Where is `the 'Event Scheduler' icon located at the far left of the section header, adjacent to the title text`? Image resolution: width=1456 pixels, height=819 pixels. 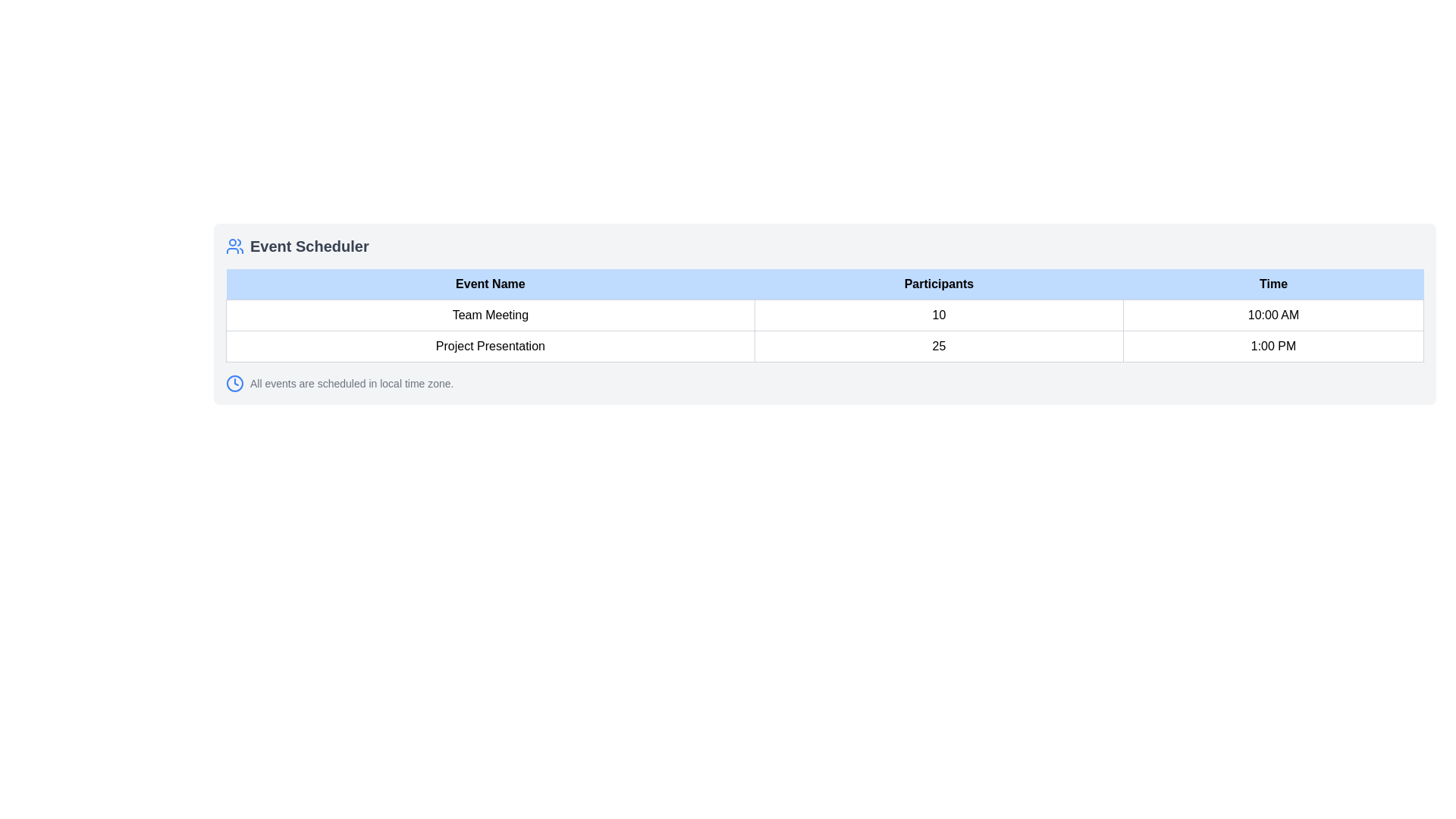
the 'Event Scheduler' icon located at the far left of the section header, adjacent to the title text is located at coordinates (234, 245).